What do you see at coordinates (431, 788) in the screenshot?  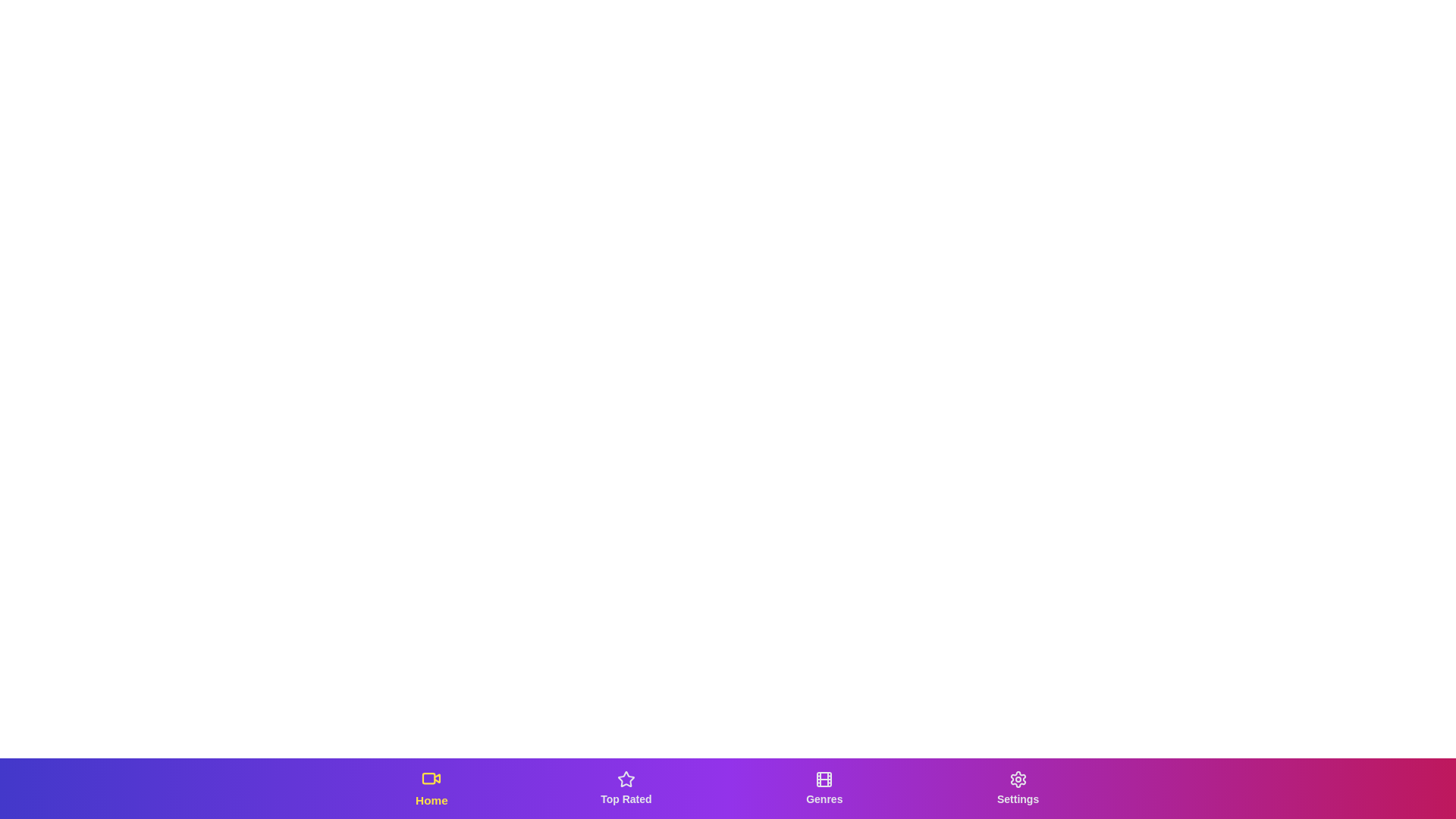 I see `the Home tab from the navigation bar` at bounding box center [431, 788].